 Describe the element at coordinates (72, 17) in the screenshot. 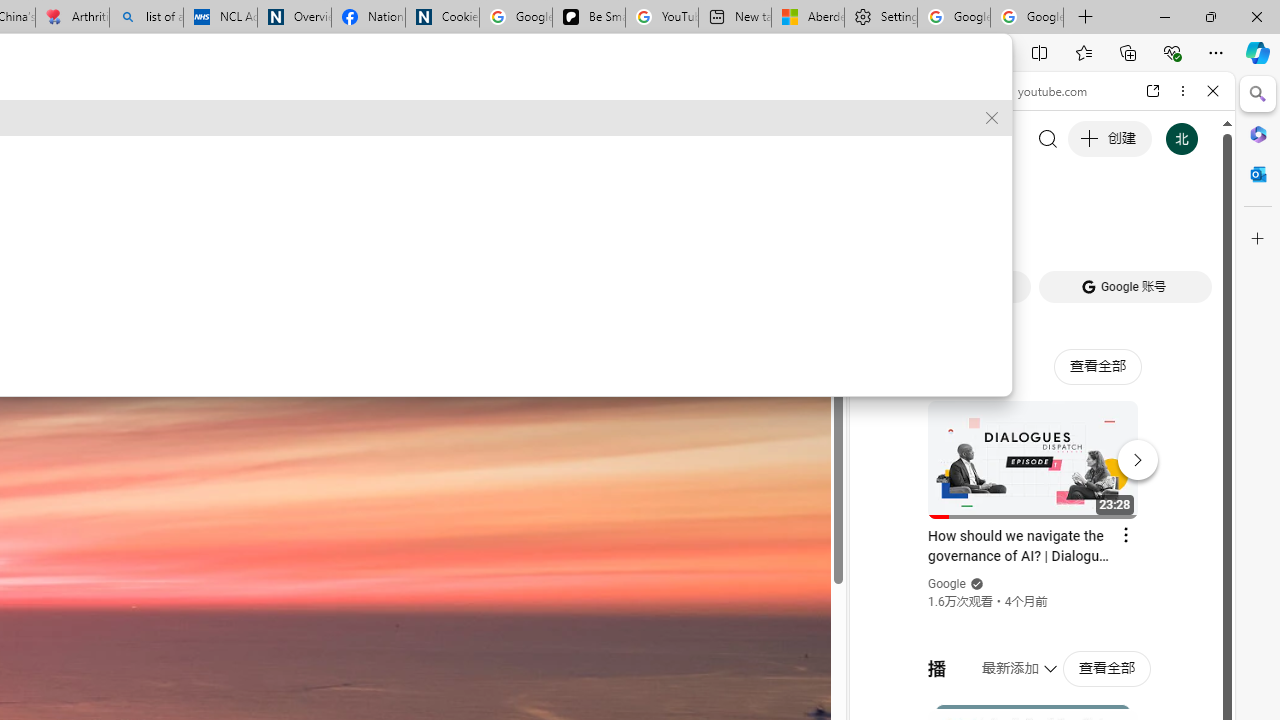

I see `'Arthritis: Ask Health Professionals'` at that location.